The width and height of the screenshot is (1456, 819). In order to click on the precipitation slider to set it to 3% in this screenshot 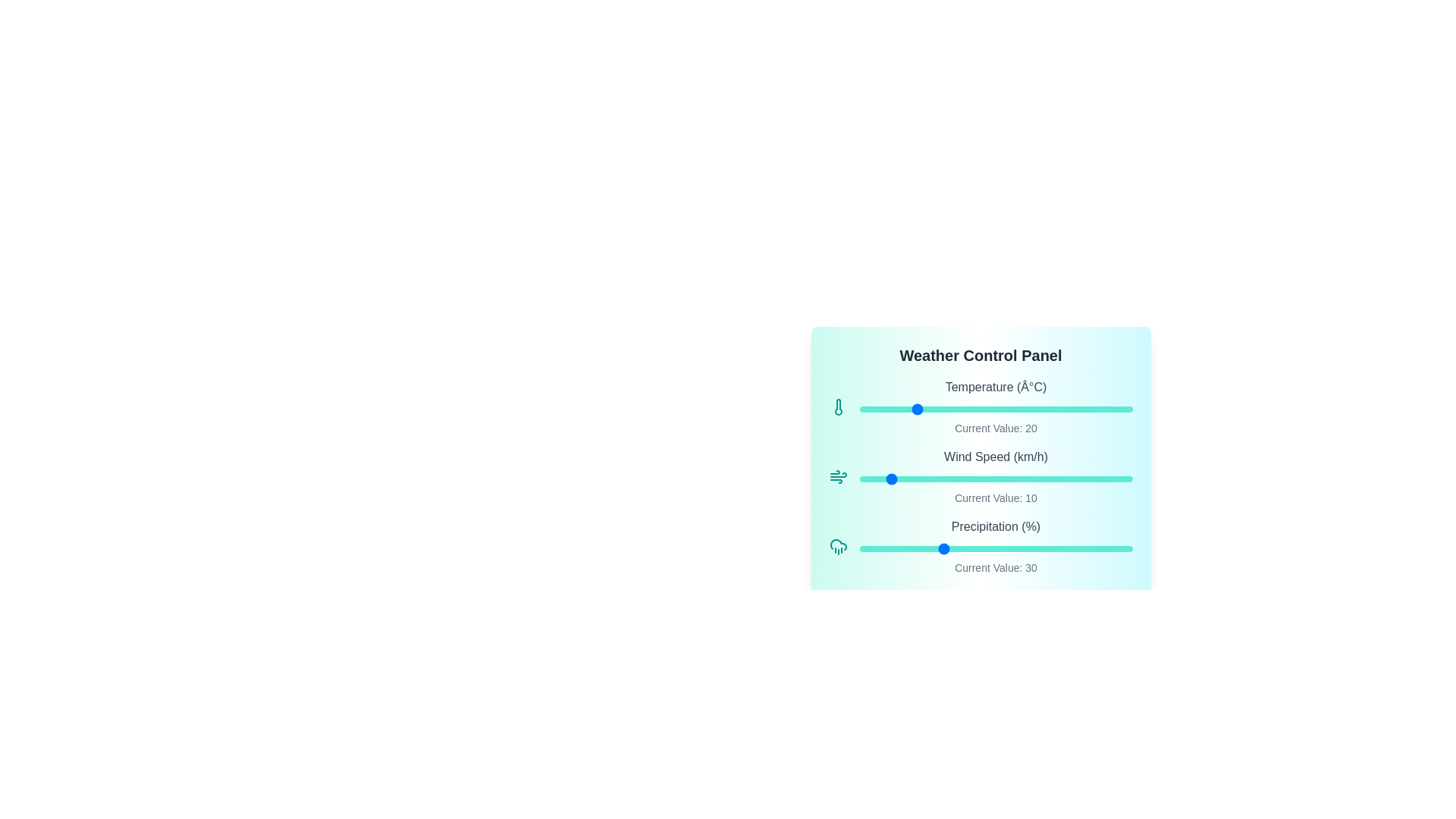, I will do `click(868, 549)`.